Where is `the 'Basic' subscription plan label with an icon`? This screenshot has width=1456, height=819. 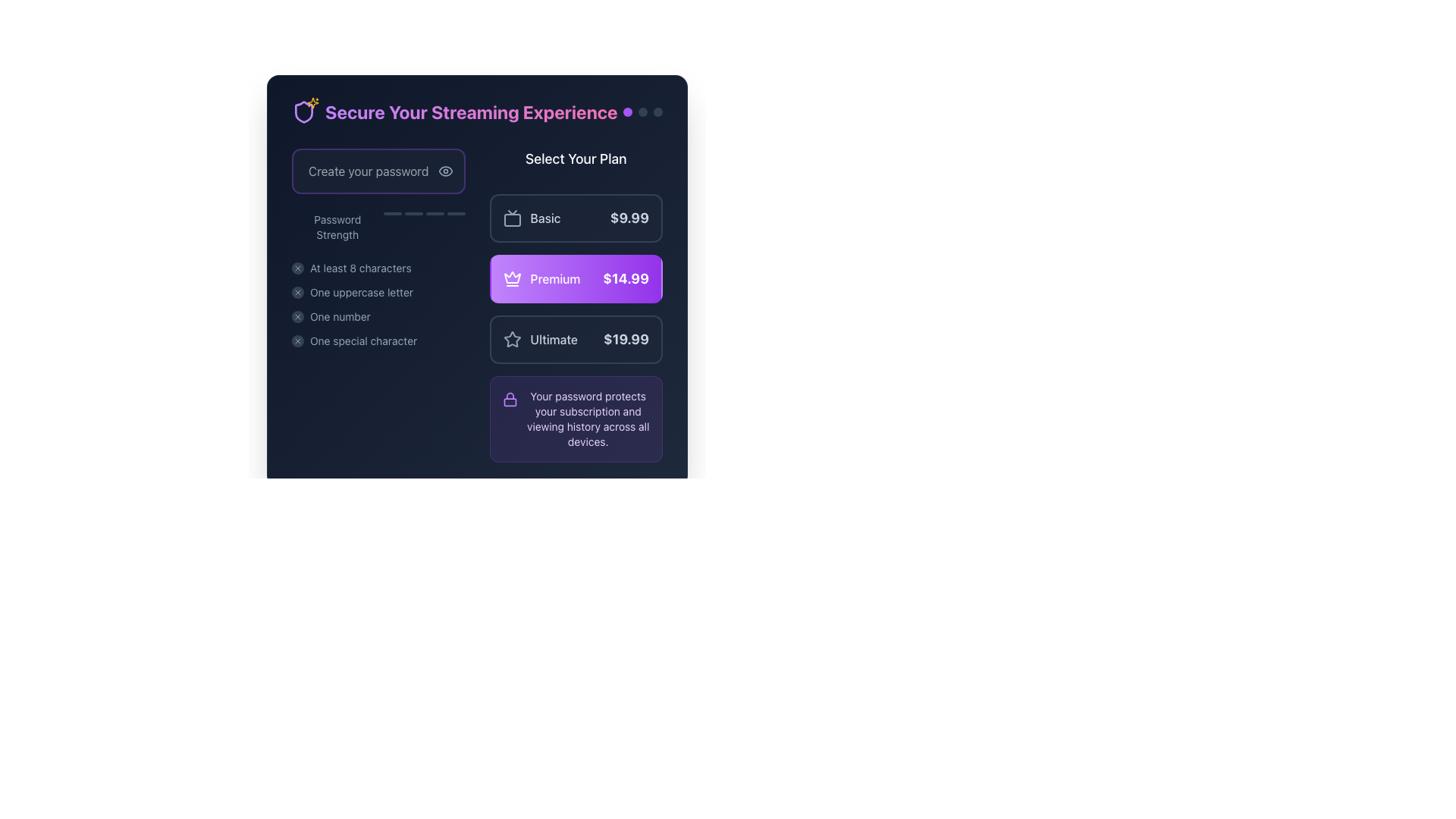 the 'Basic' subscription plan label with an icon is located at coordinates (532, 218).